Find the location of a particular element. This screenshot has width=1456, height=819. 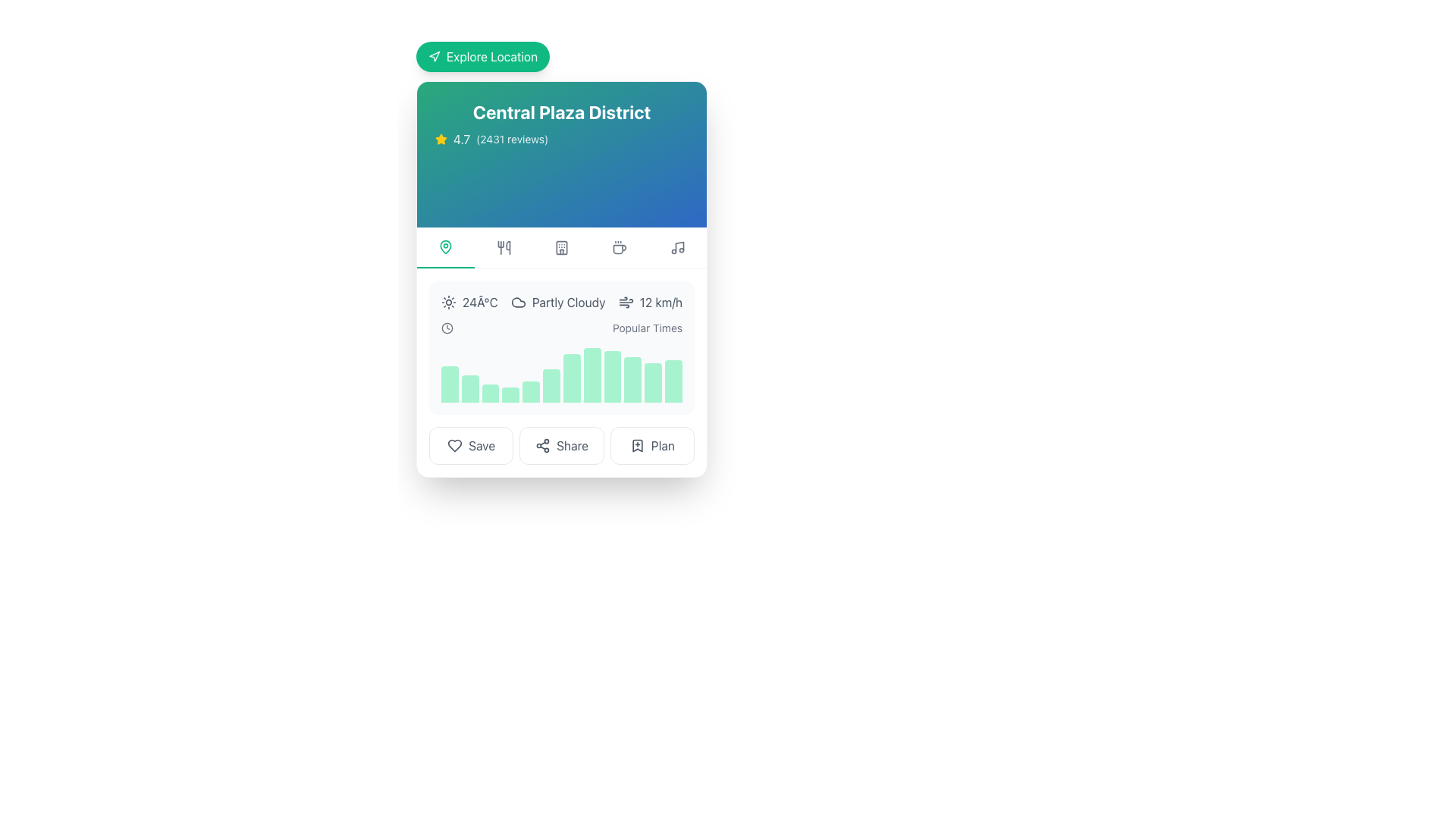

the 'Explore Location' text label within the green button to initiate action is located at coordinates (492, 55).